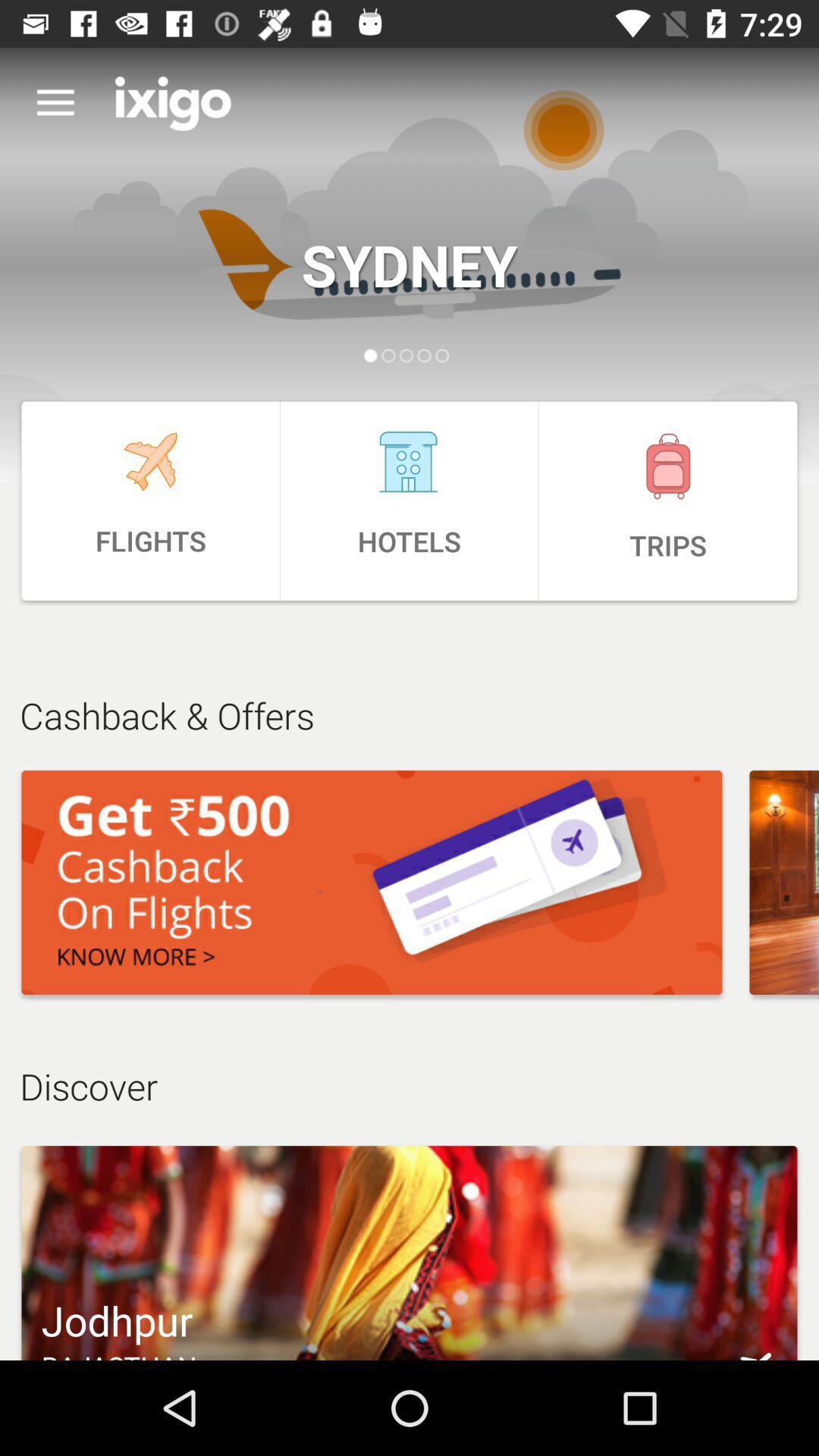 The height and width of the screenshot is (1456, 819). Describe the element at coordinates (150, 500) in the screenshot. I see `the flights on the left` at that location.